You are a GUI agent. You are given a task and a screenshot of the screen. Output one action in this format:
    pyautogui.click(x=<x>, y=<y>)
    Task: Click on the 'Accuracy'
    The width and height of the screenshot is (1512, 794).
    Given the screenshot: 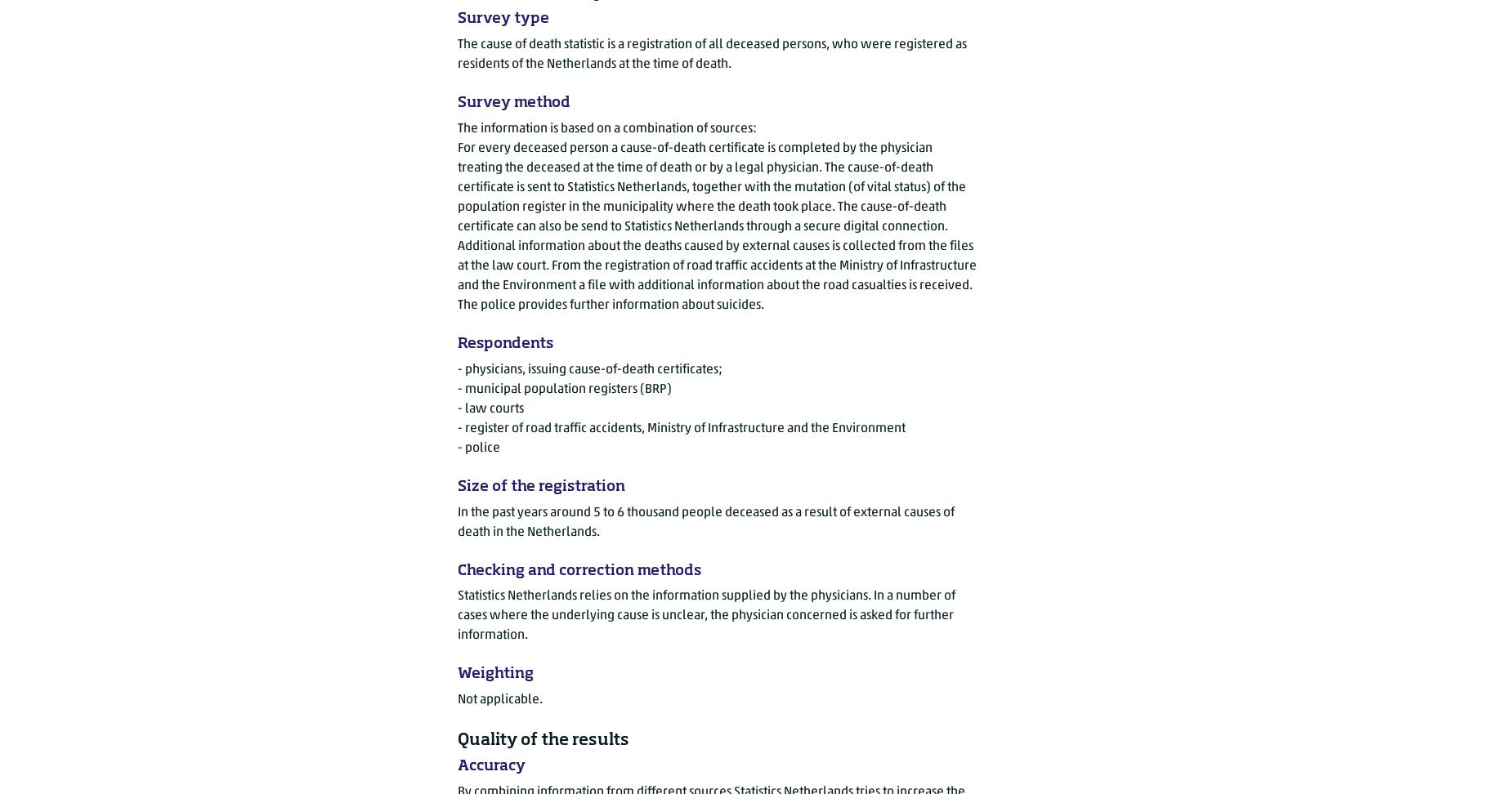 What is the action you would take?
    pyautogui.click(x=457, y=765)
    